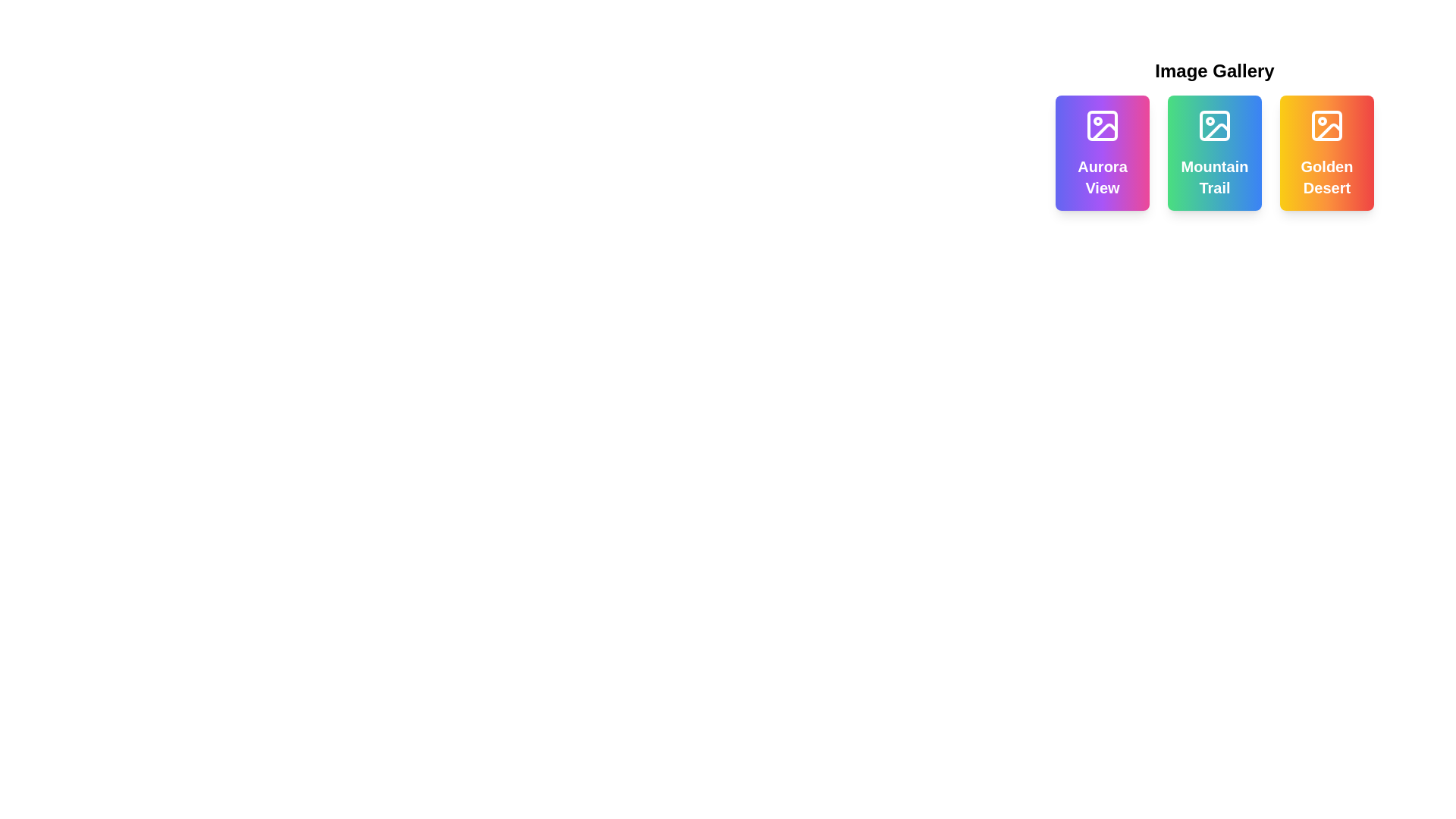 The height and width of the screenshot is (819, 1456). I want to click on text label located at the bottom of the central green card, which indicates the content or theme of the section, specifically the text 'Mountain Trail', so click(1215, 177).